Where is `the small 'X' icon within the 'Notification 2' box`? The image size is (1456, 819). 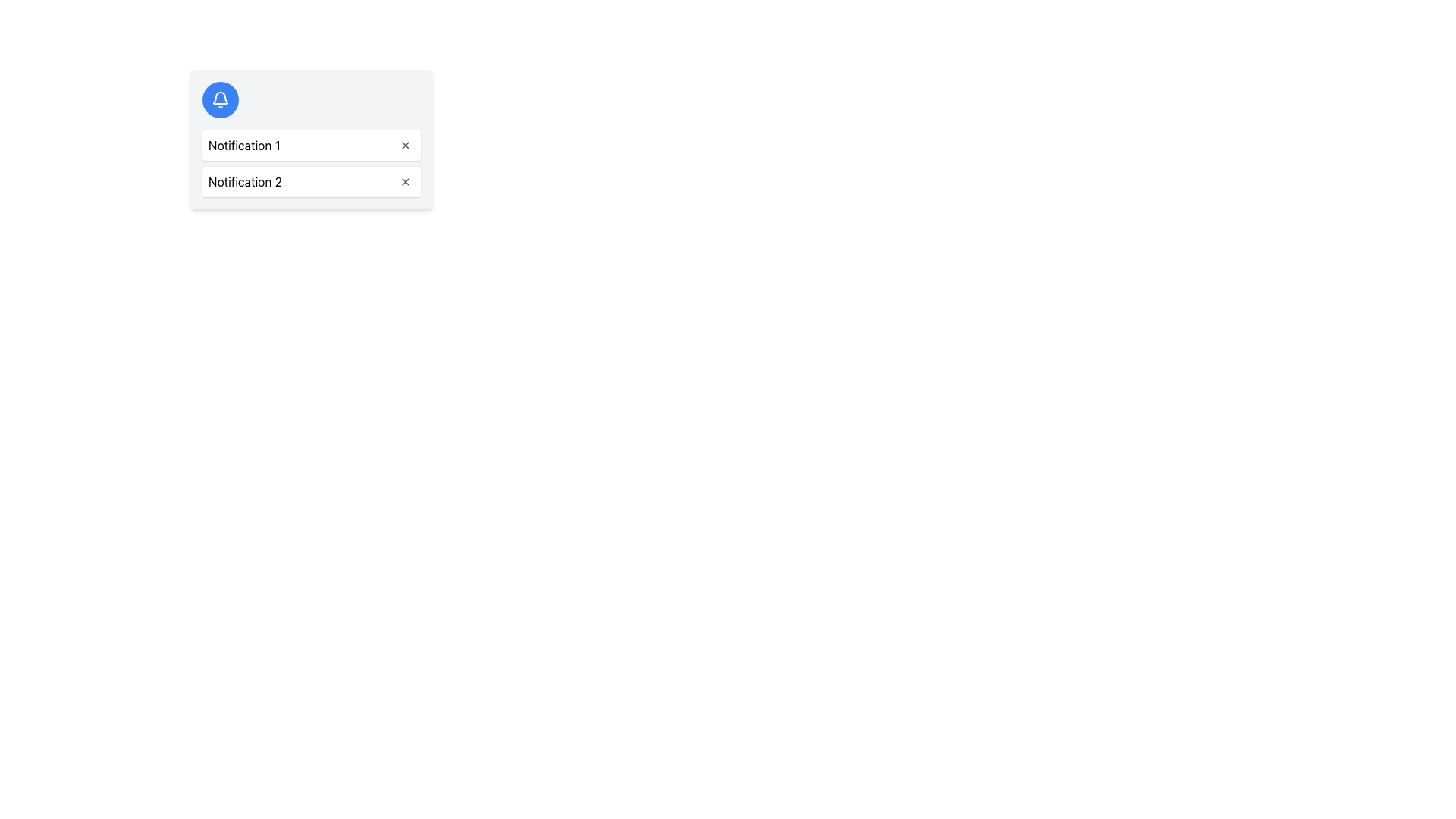 the small 'X' icon within the 'Notification 2' box is located at coordinates (405, 180).